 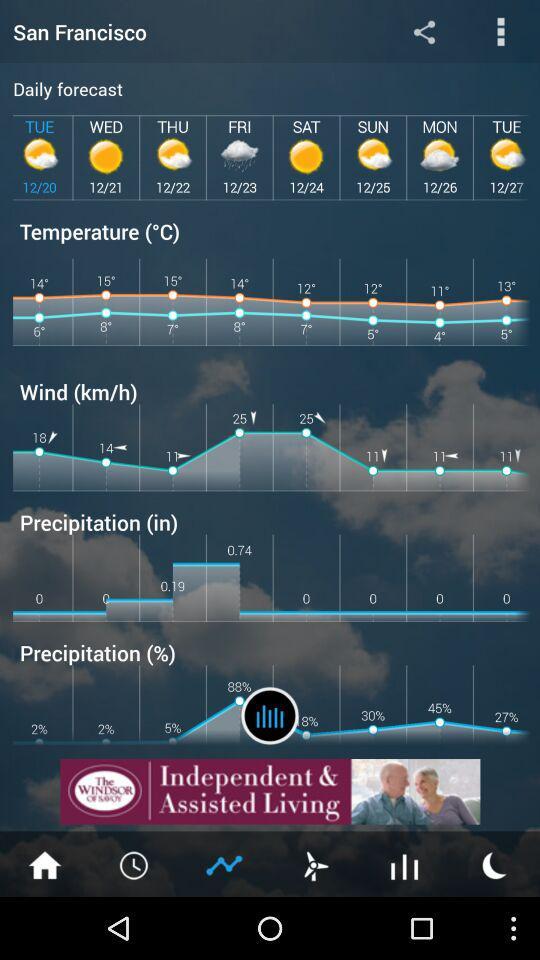 I want to click on the home icon, so click(x=44, y=925).